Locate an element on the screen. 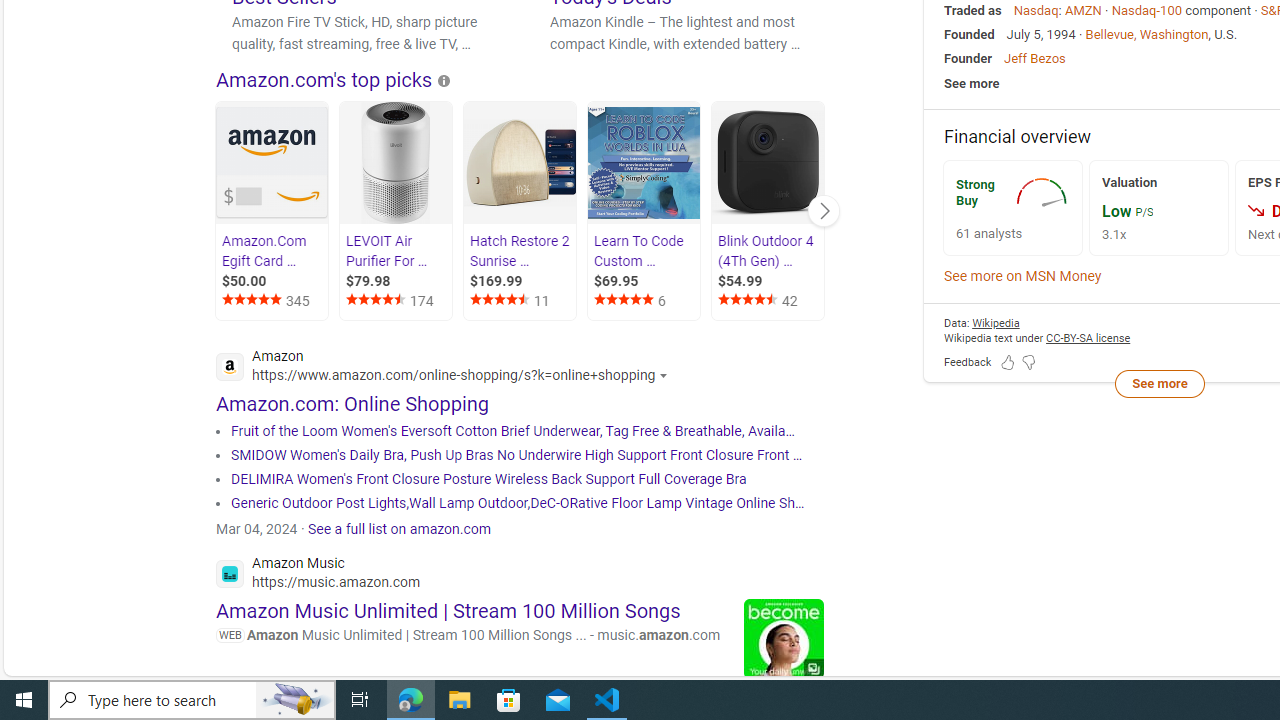 This screenshot has height=720, width=1280. '$54.99' is located at coordinates (768, 281).